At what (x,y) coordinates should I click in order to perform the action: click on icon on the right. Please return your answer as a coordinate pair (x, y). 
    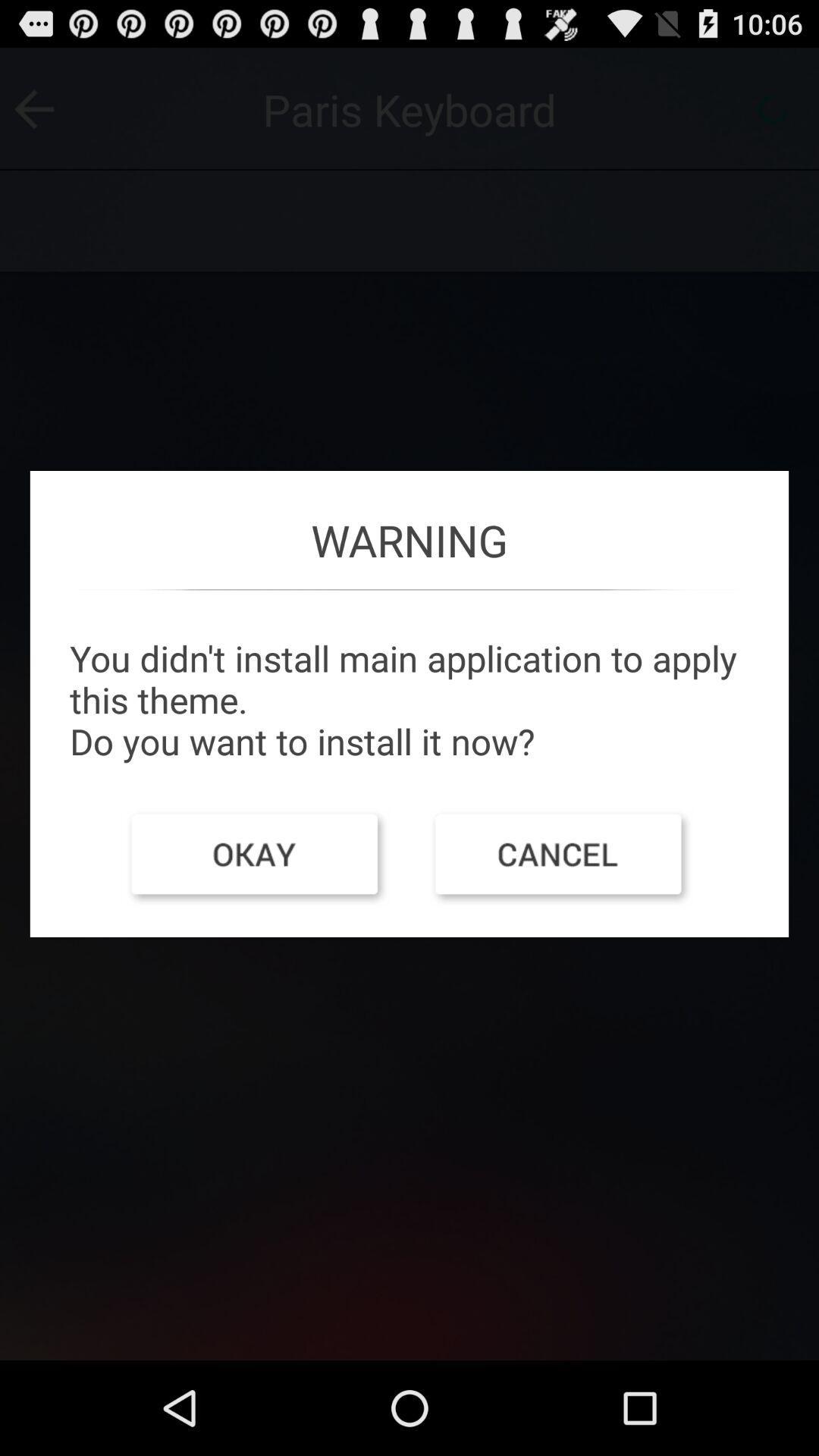
    Looking at the image, I should click on (561, 858).